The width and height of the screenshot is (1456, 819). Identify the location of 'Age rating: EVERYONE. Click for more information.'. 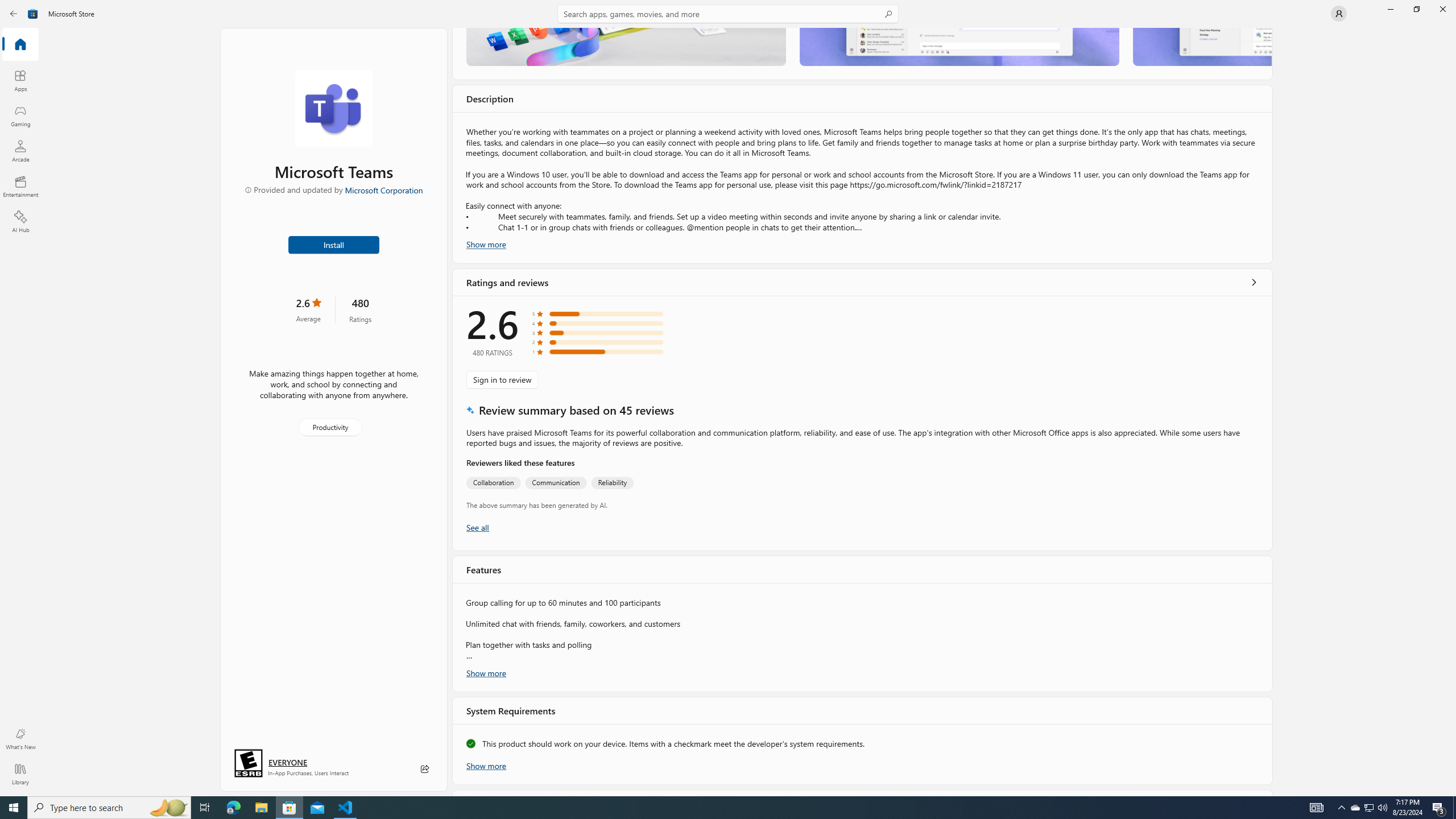
(287, 762).